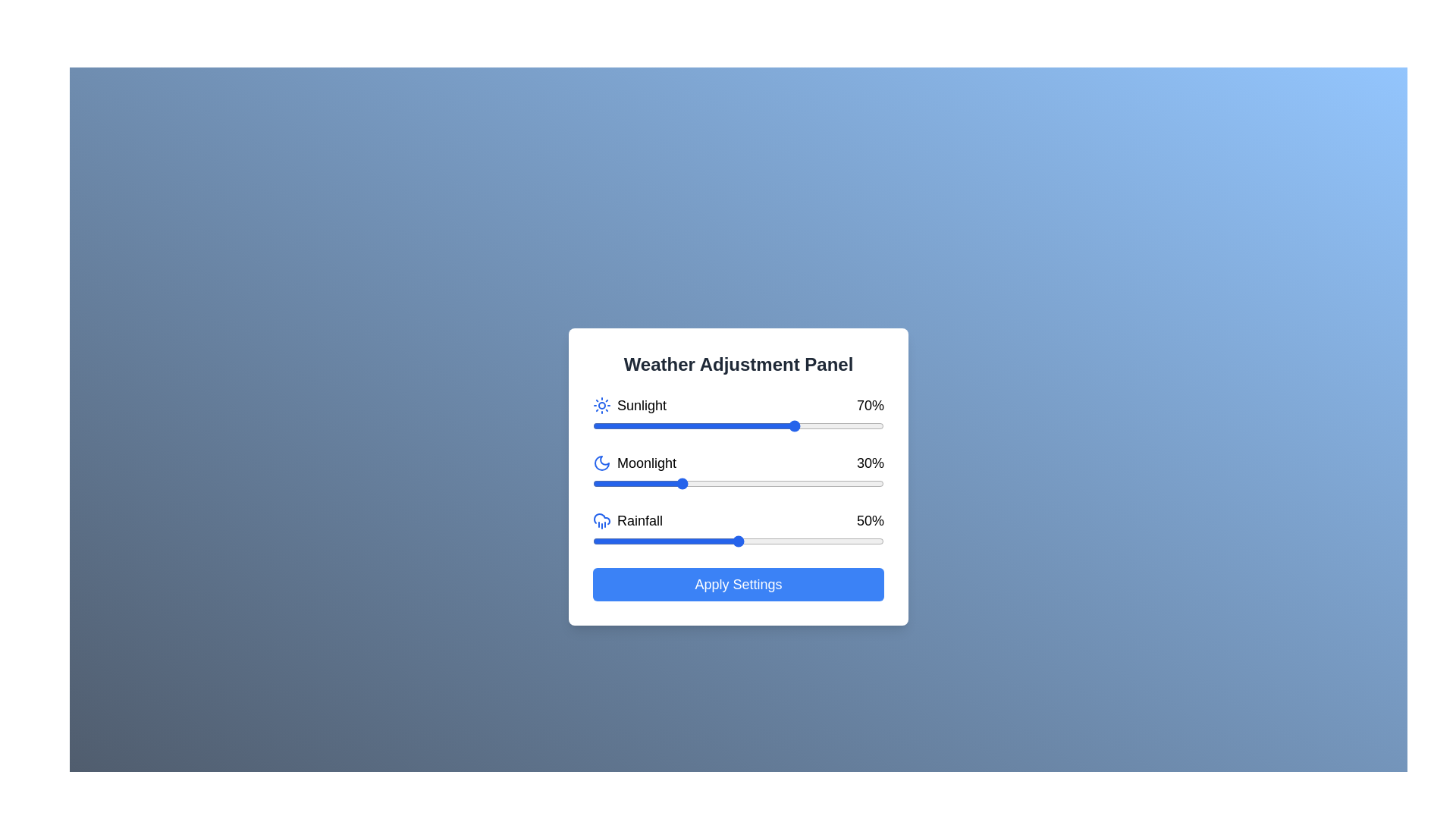  Describe the element at coordinates (601, 405) in the screenshot. I see `the Sunlight icon to interact with it` at that location.